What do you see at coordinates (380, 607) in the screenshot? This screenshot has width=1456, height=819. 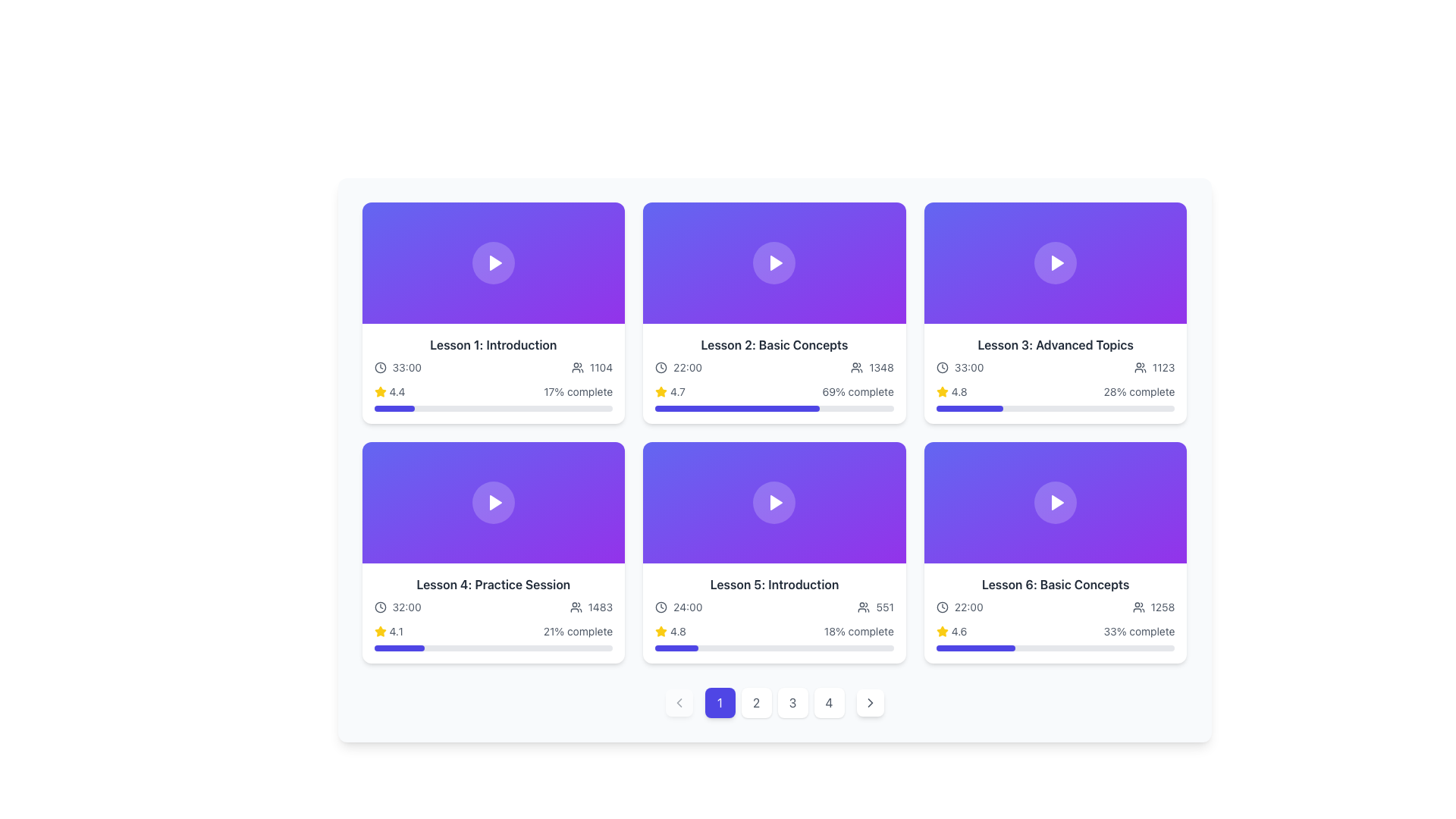 I see `the clock icon located in the lower-left card of a grid layout, which is the leftmost component of the group containing the text '32:00'` at bounding box center [380, 607].